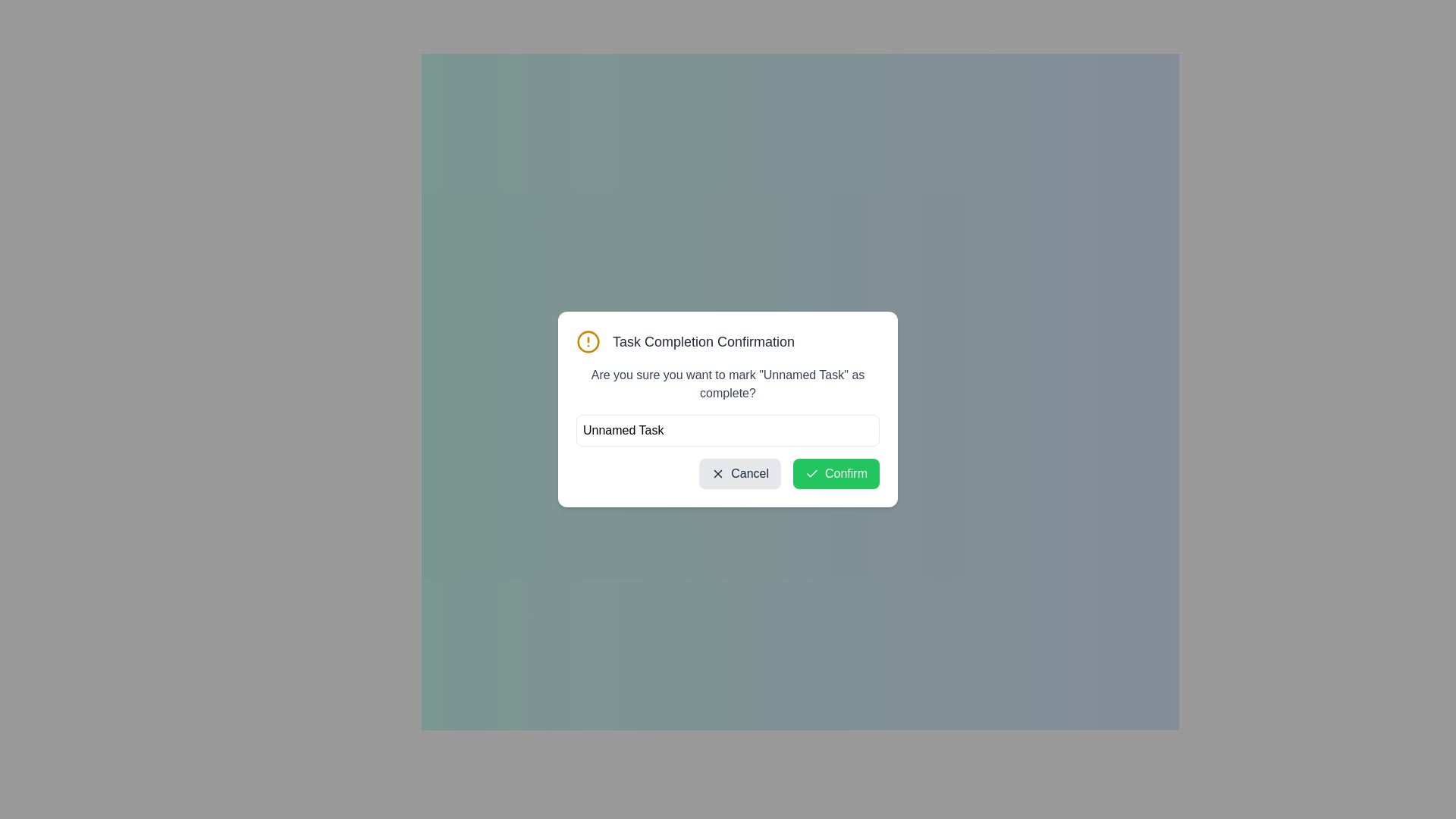  Describe the element at coordinates (588, 342) in the screenshot. I see `the yellow circular warning icon with an exclamation mark located on the left side of the 'Task Completion Confirmation' text` at that location.